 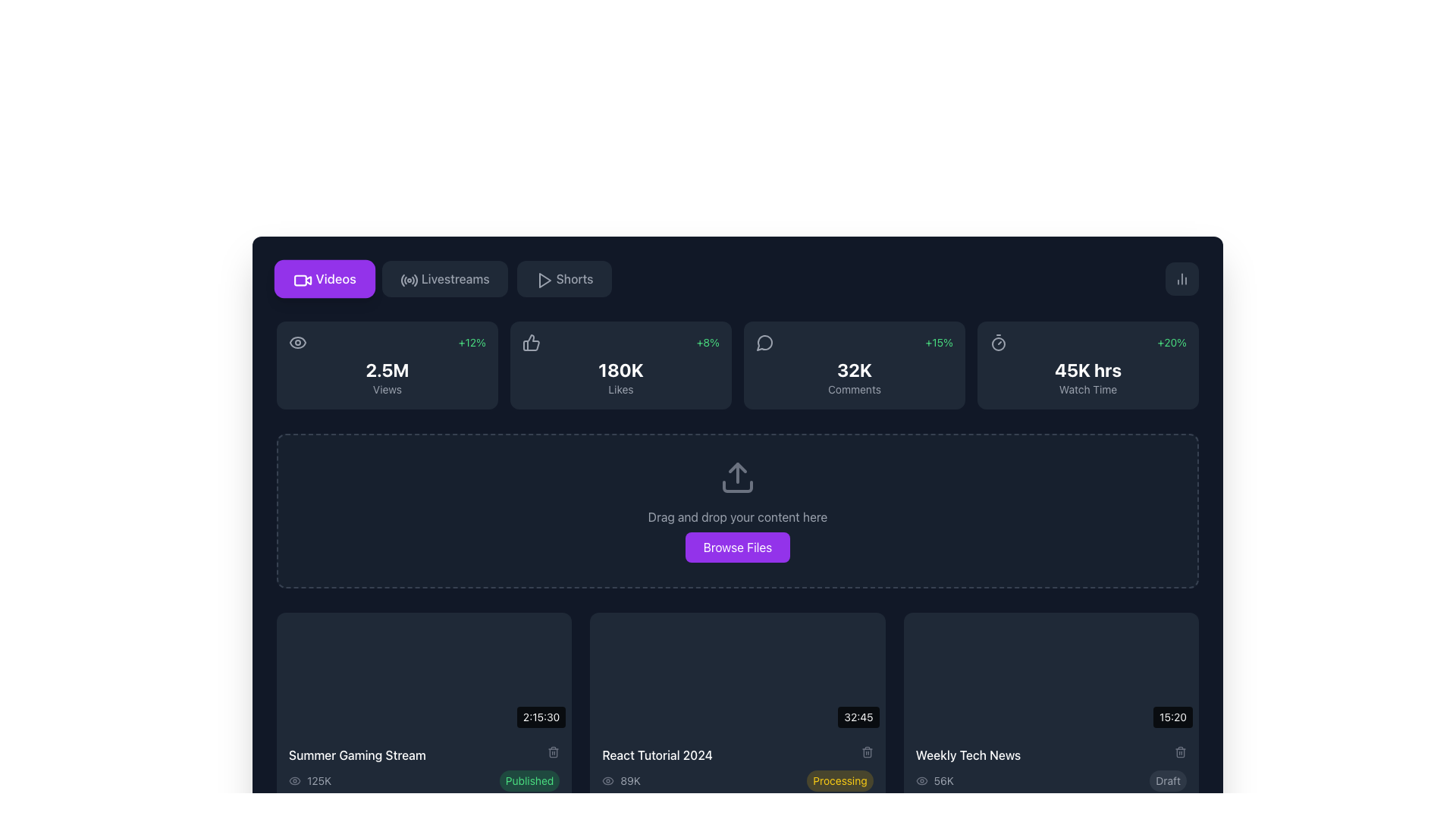 What do you see at coordinates (938, 342) in the screenshot?
I see `the green text label displaying '+15%' located to the right of the '32K' numerical figure in the top section of the interface` at bounding box center [938, 342].